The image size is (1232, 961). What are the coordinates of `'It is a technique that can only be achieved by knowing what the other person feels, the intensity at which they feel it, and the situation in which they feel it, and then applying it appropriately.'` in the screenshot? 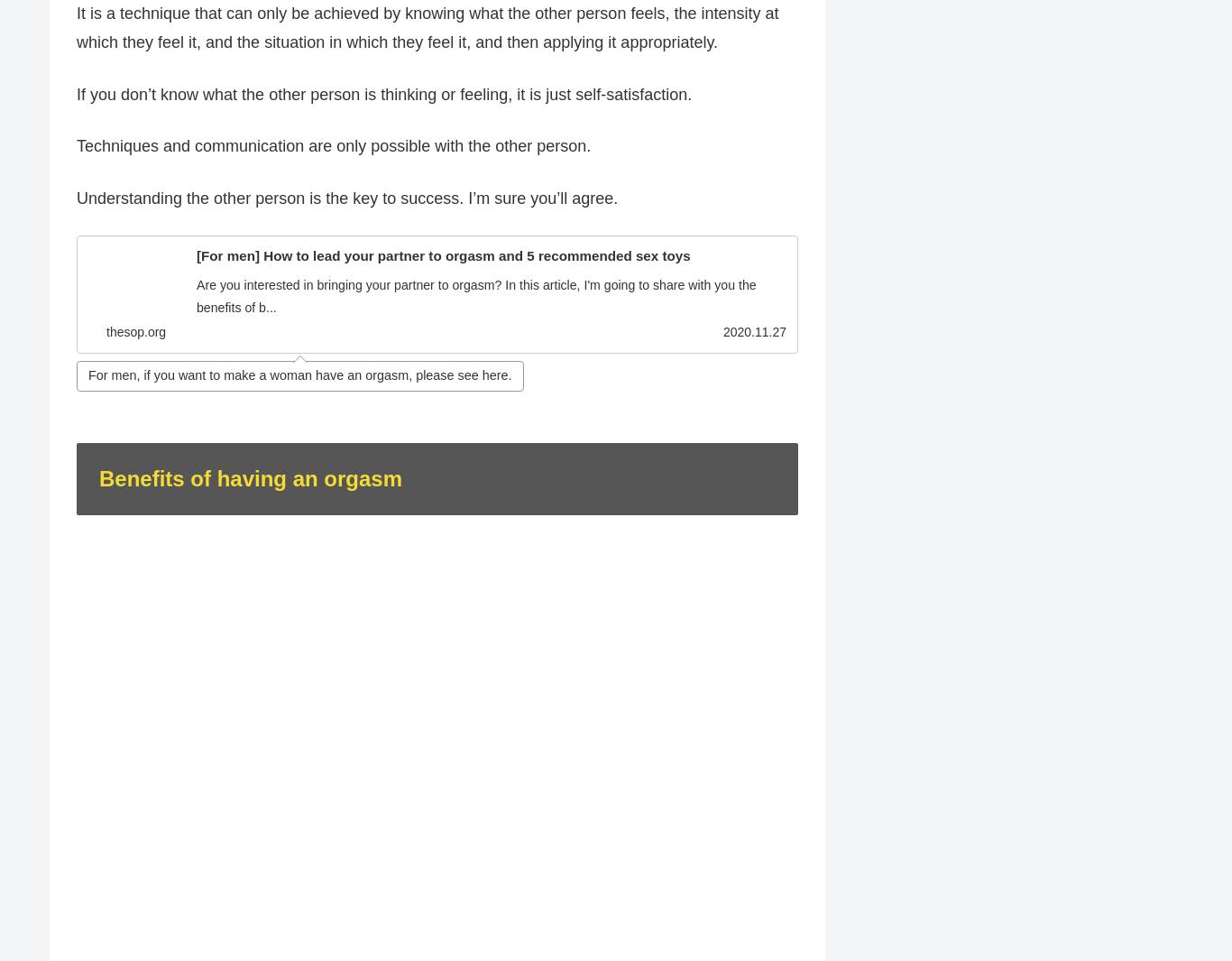 It's located at (428, 27).